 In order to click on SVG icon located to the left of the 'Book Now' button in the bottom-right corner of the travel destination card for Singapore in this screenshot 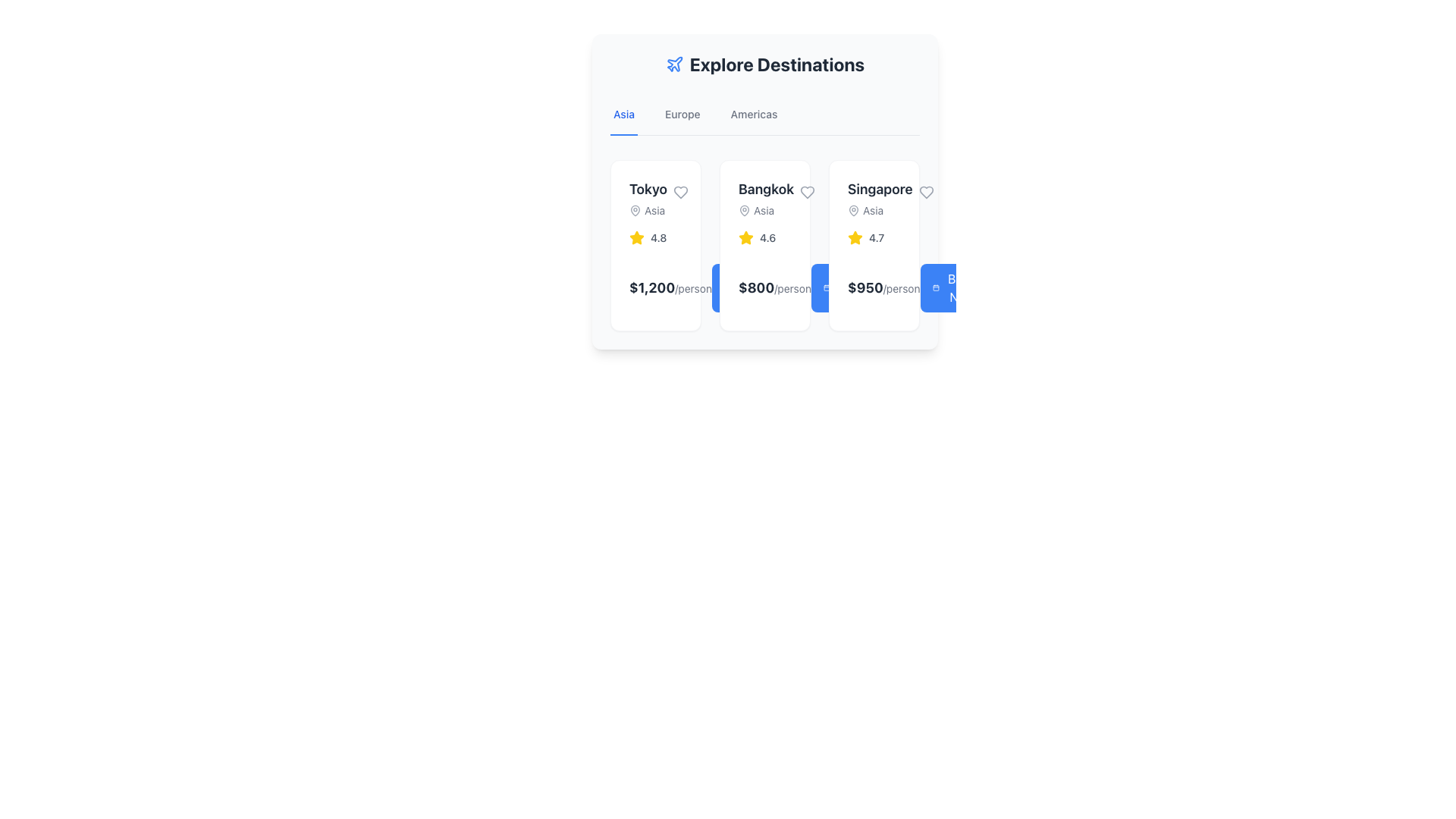, I will do `click(826, 288)`.